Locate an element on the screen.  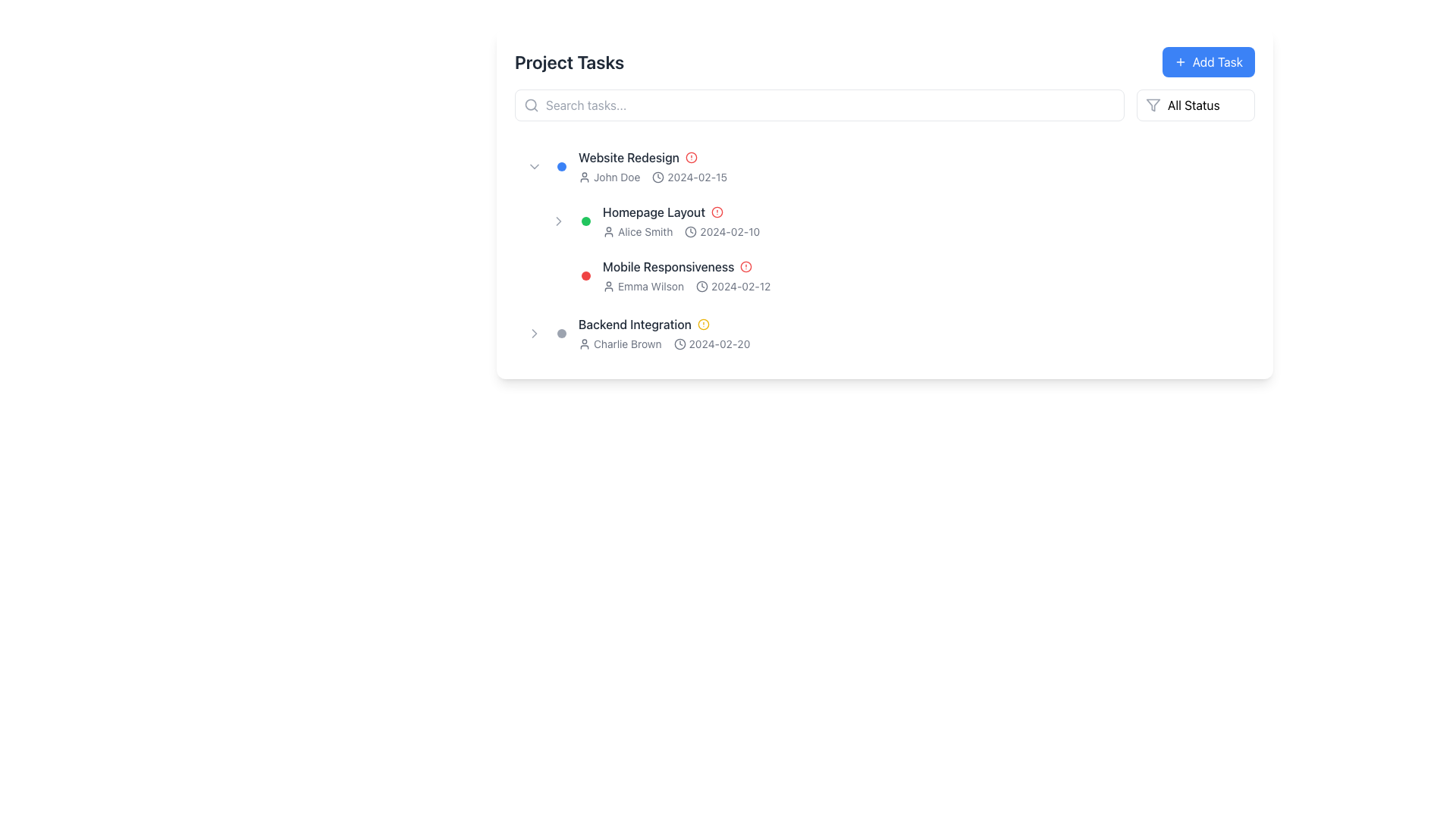
the second task item in the project task list, which is positioned below 'Website Redesign' and above 'Mobile Responsiveness' is located at coordinates (896, 221).